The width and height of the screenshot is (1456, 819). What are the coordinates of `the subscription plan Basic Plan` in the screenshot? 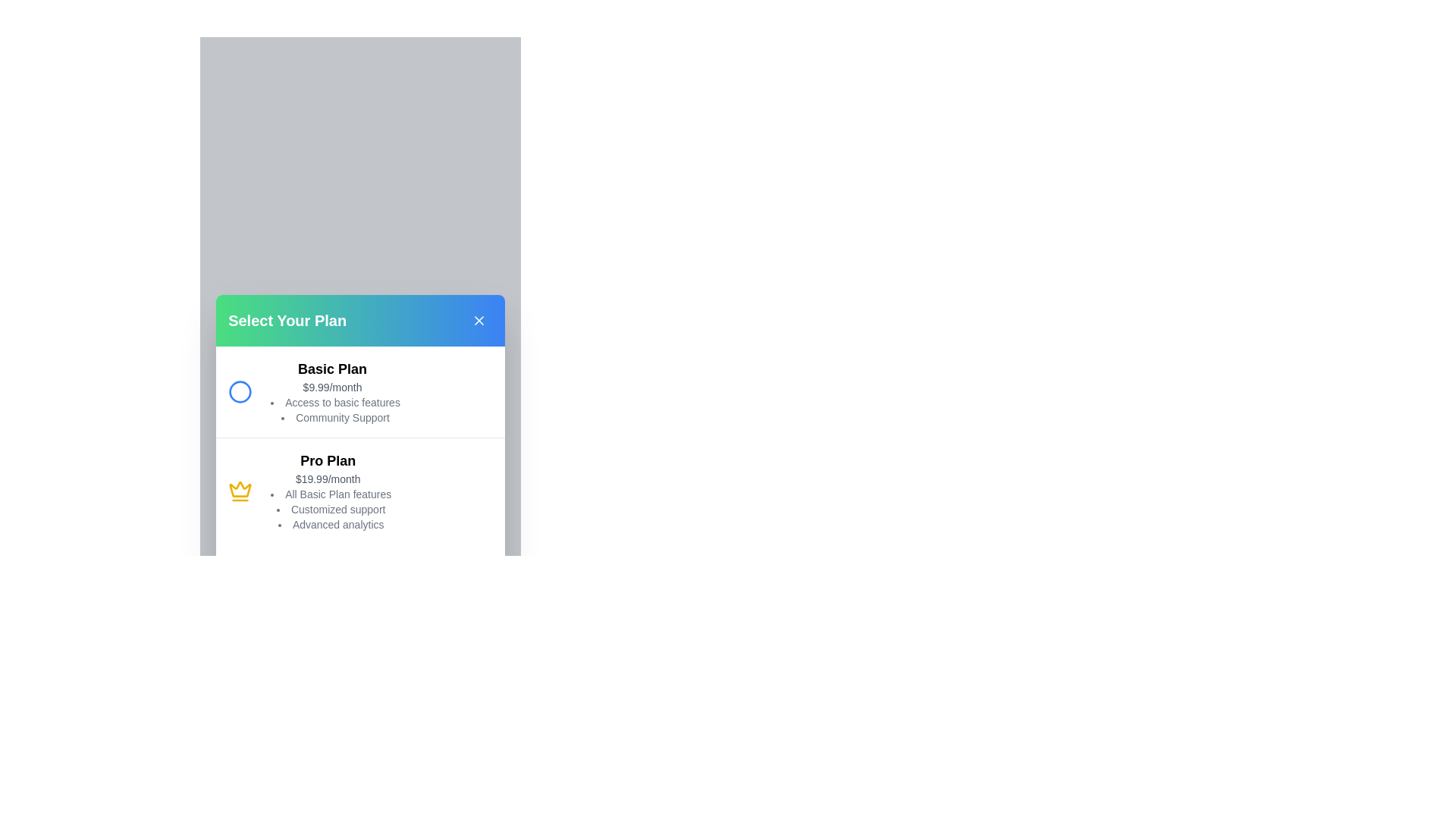 It's located at (240, 391).